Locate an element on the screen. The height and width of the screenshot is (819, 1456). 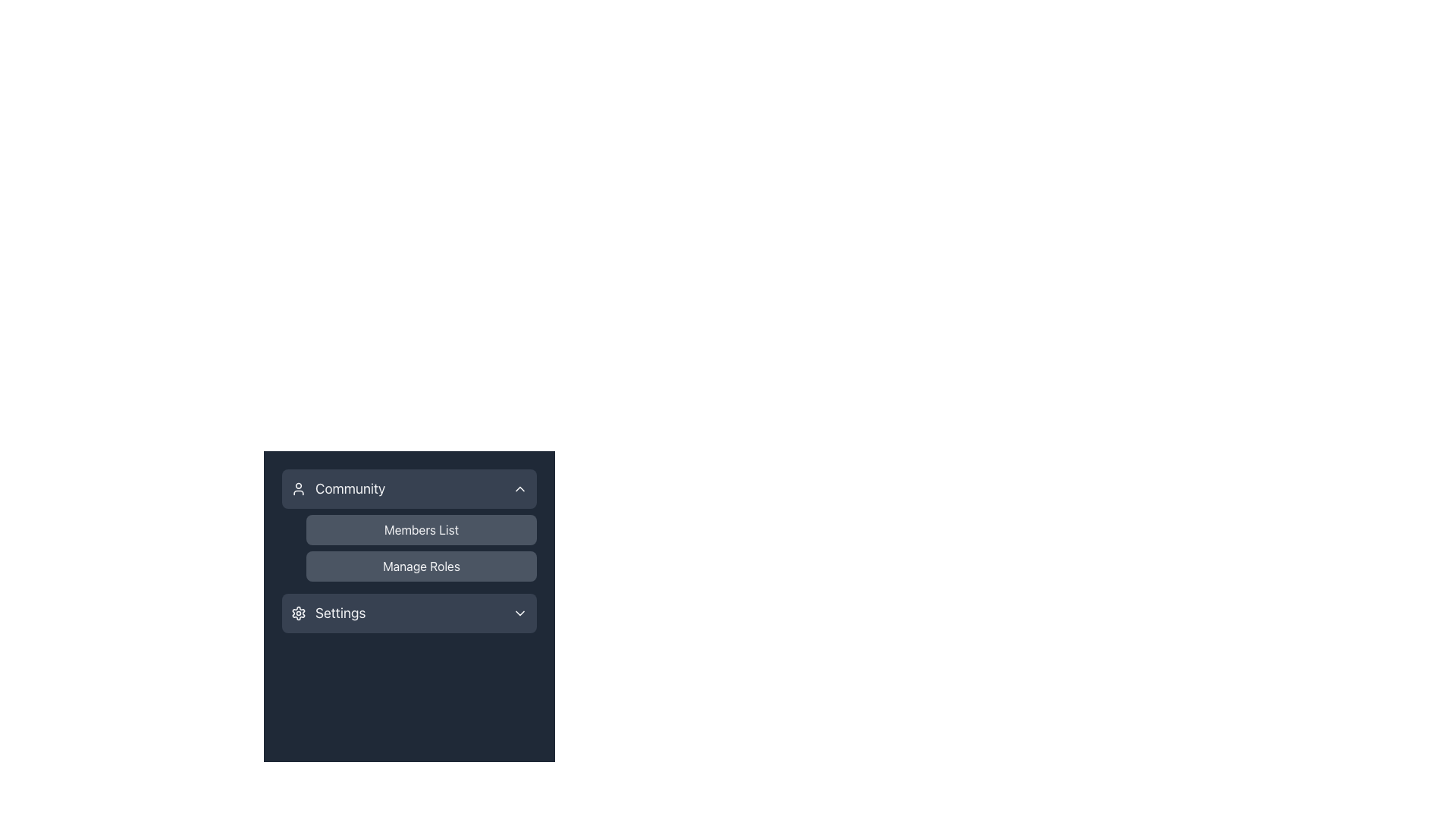
the cogwheel-shaped icon within the 'Settings' button located at the lower part of the menu is located at coordinates (298, 613).